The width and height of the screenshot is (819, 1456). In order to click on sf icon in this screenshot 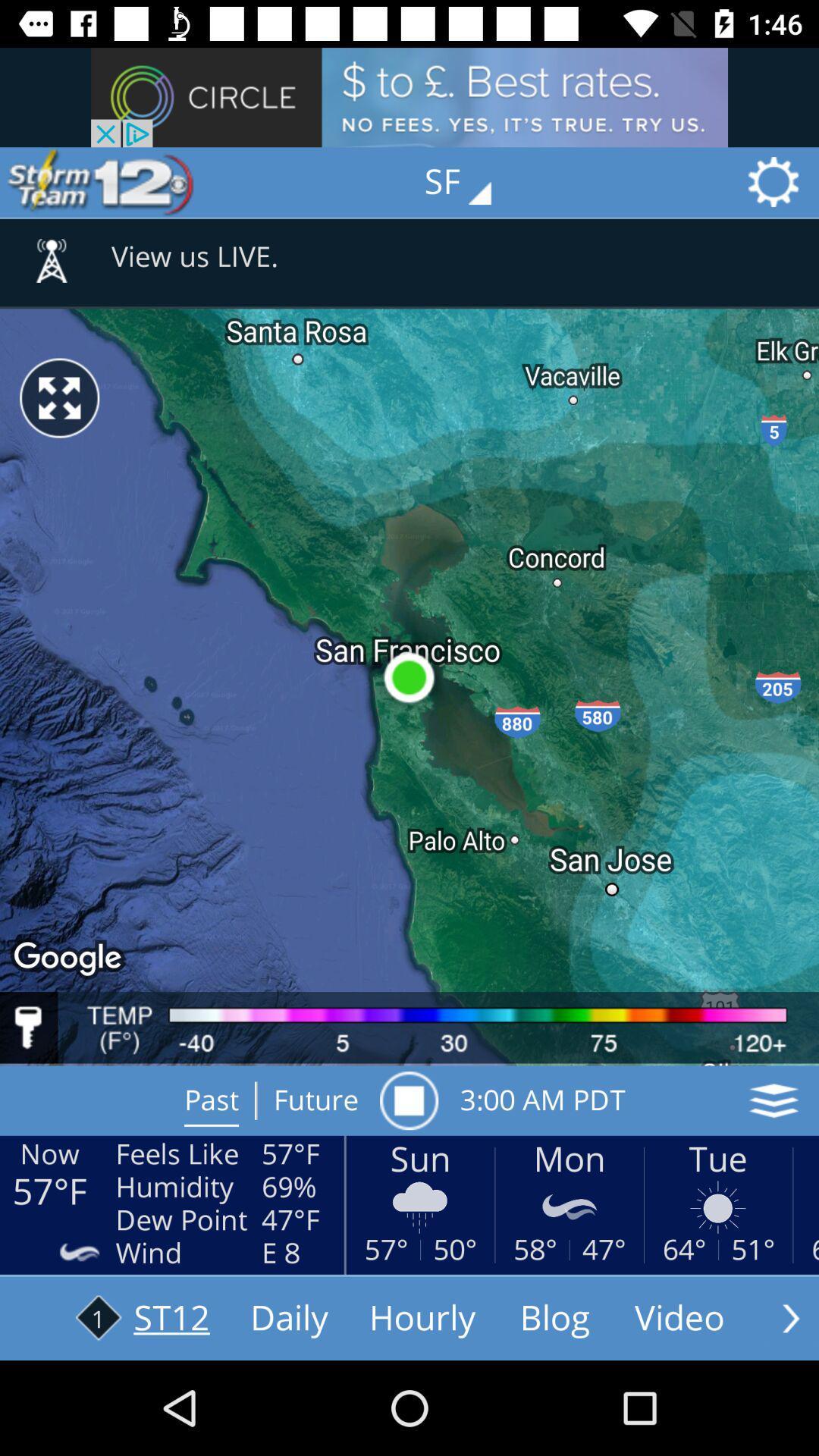, I will do `click(468, 182)`.